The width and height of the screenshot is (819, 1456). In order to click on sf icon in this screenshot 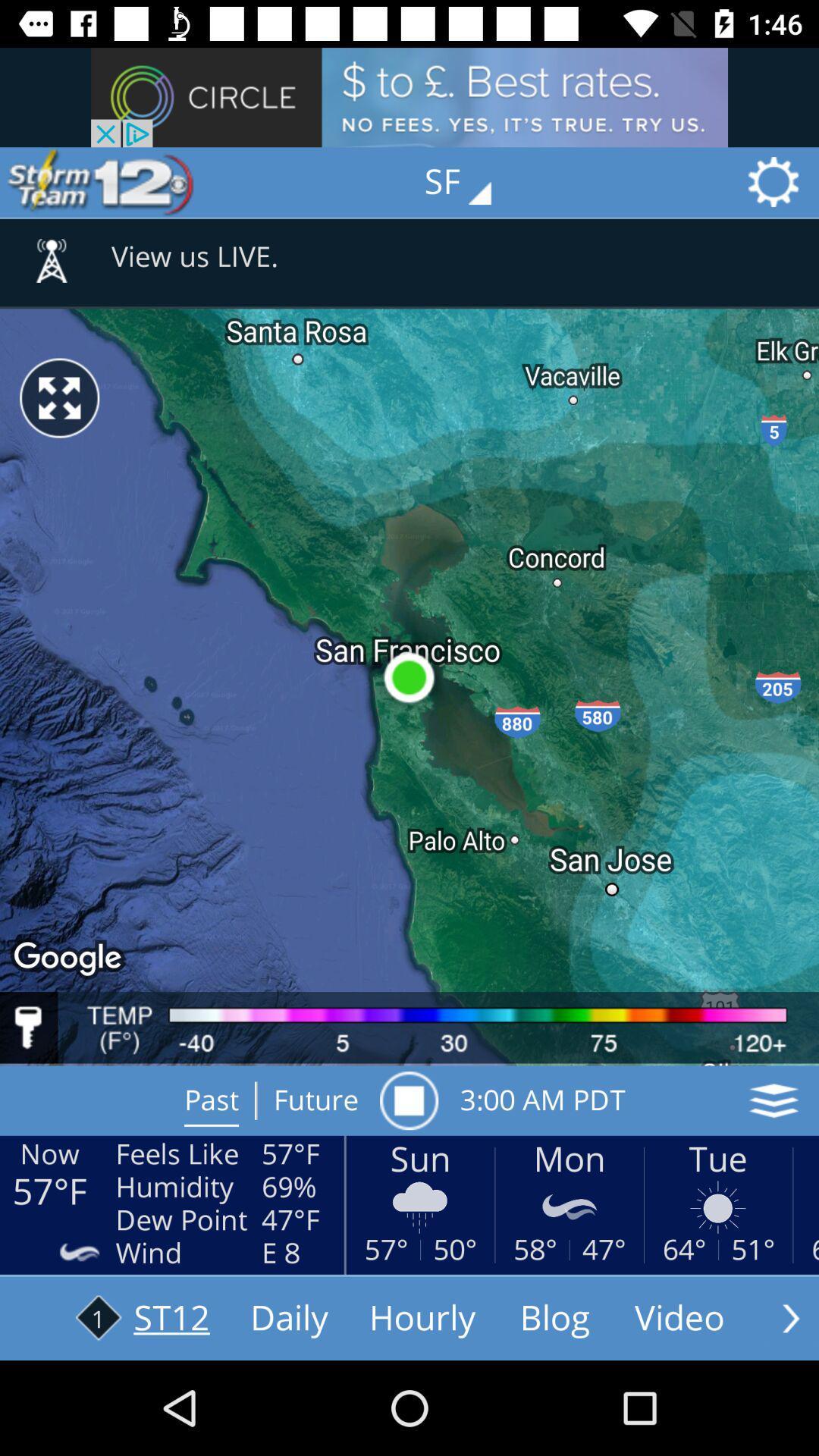, I will do `click(468, 182)`.